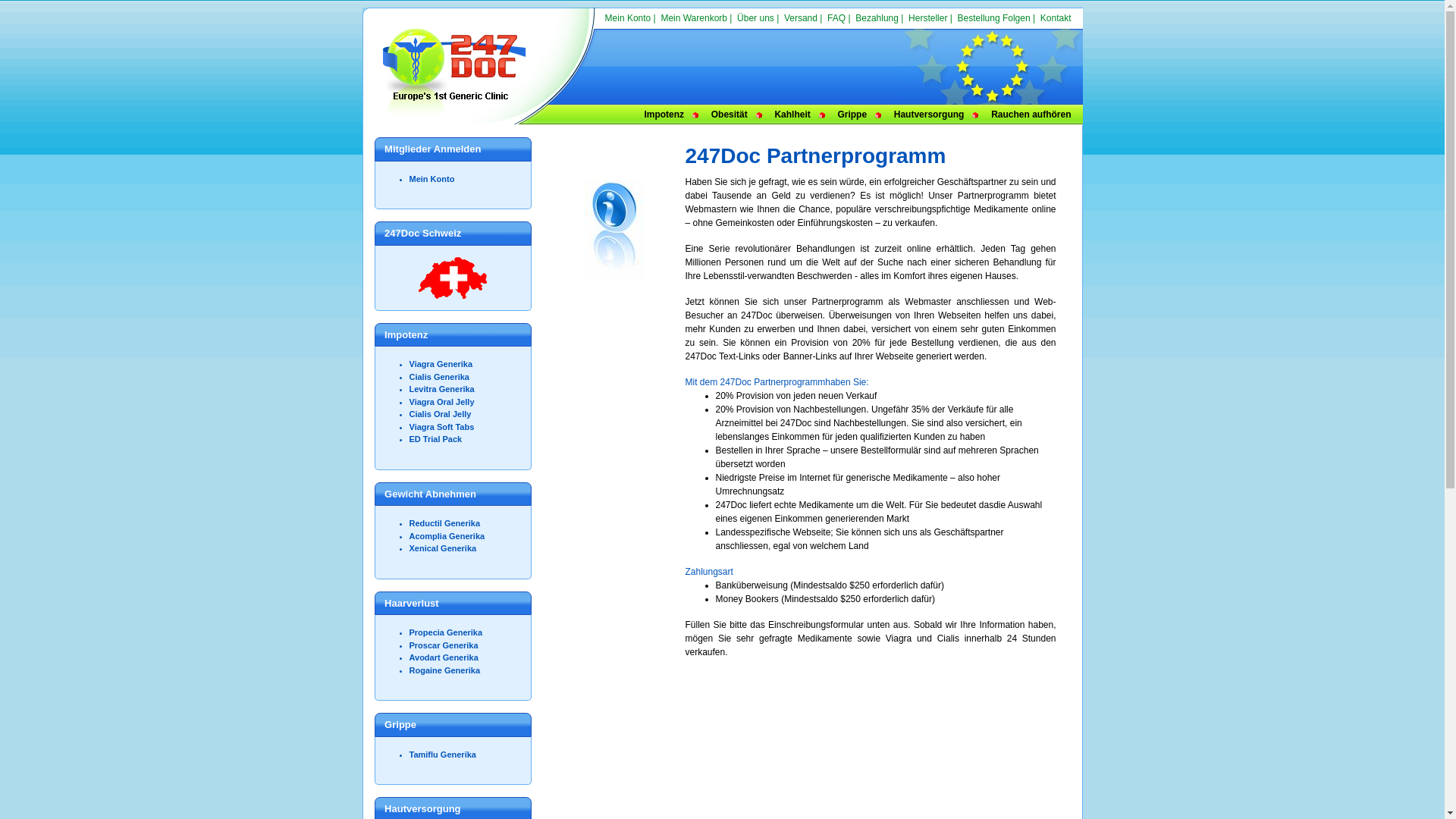 The image size is (1456, 819). I want to click on 'Acomplia Generika', so click(447, 534).